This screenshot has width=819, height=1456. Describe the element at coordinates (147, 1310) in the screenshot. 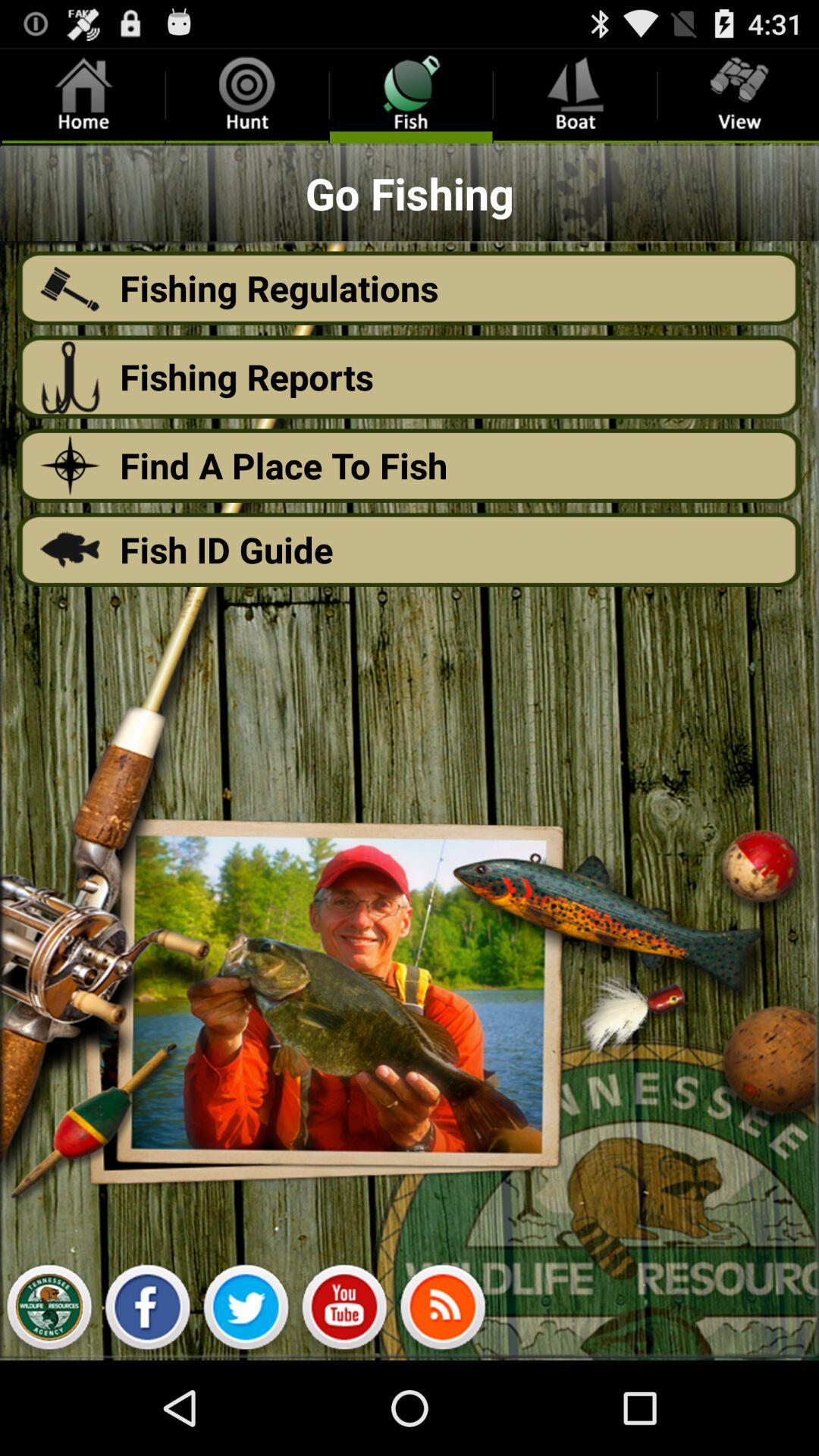

I see `facebook` at that location.